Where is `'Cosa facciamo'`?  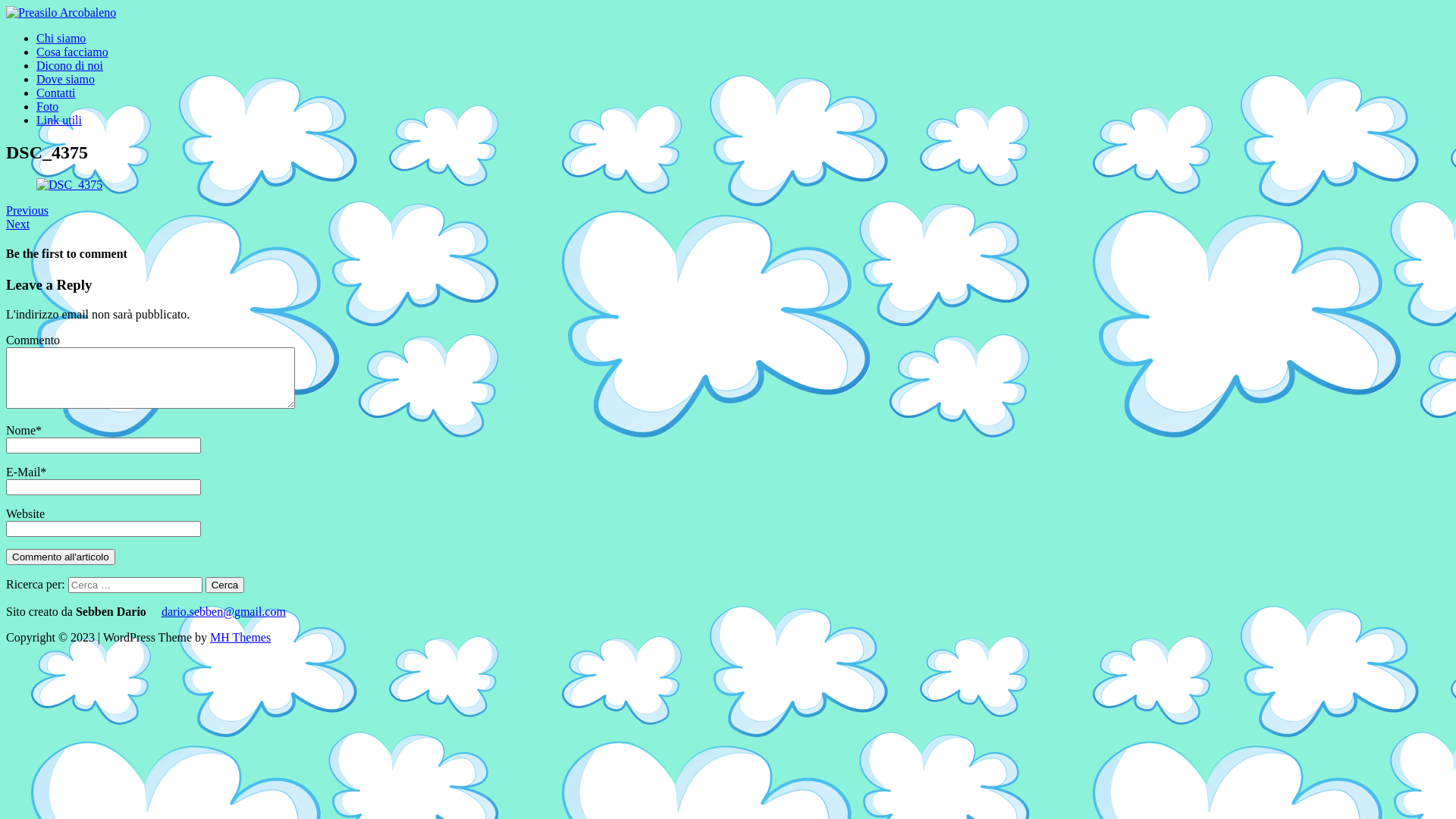
'Cosa facciamo' is located at coordinates (71, 51).